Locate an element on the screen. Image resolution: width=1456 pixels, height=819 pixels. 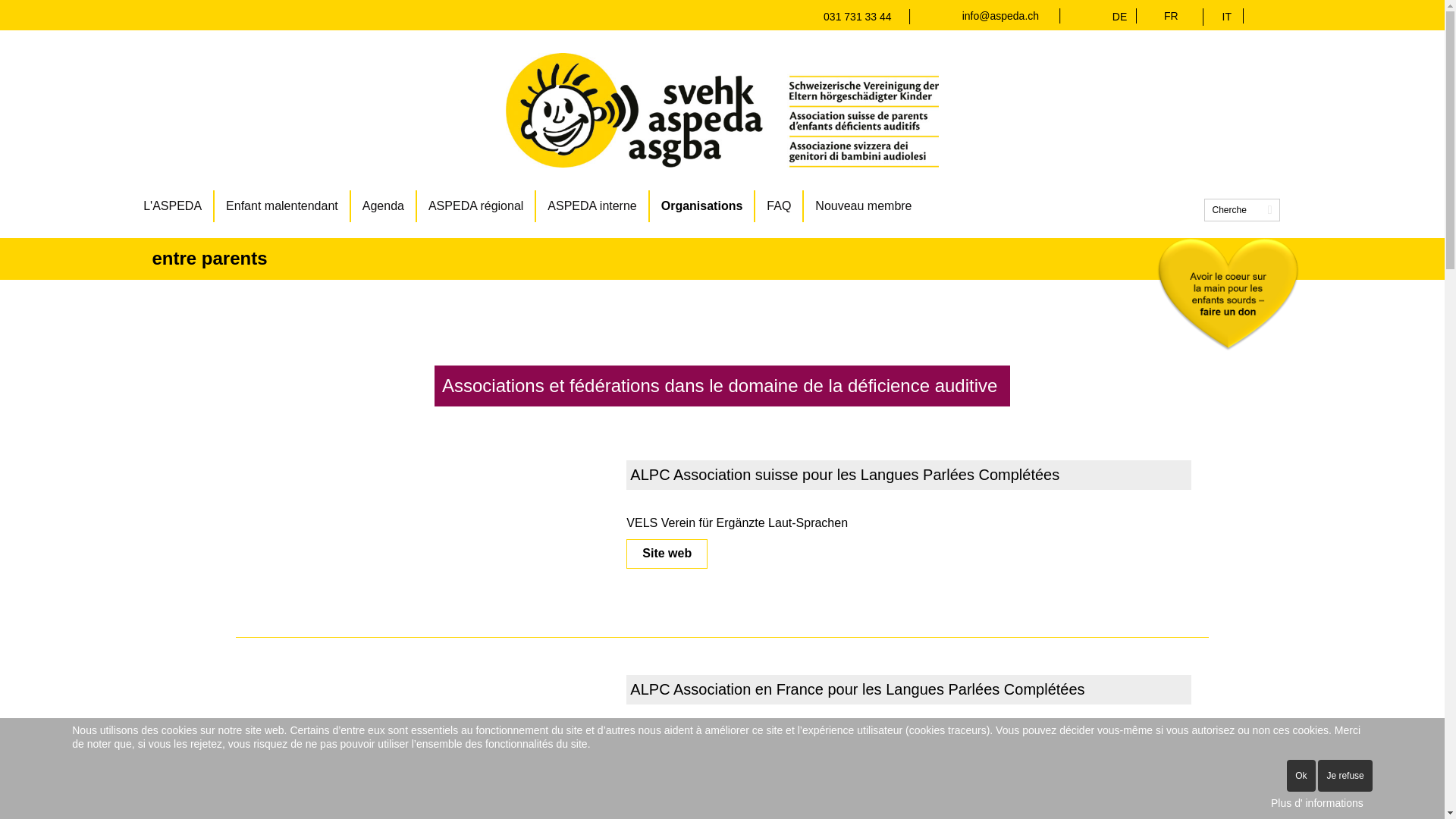
'FAQ' is located at coordinates (755, 206).